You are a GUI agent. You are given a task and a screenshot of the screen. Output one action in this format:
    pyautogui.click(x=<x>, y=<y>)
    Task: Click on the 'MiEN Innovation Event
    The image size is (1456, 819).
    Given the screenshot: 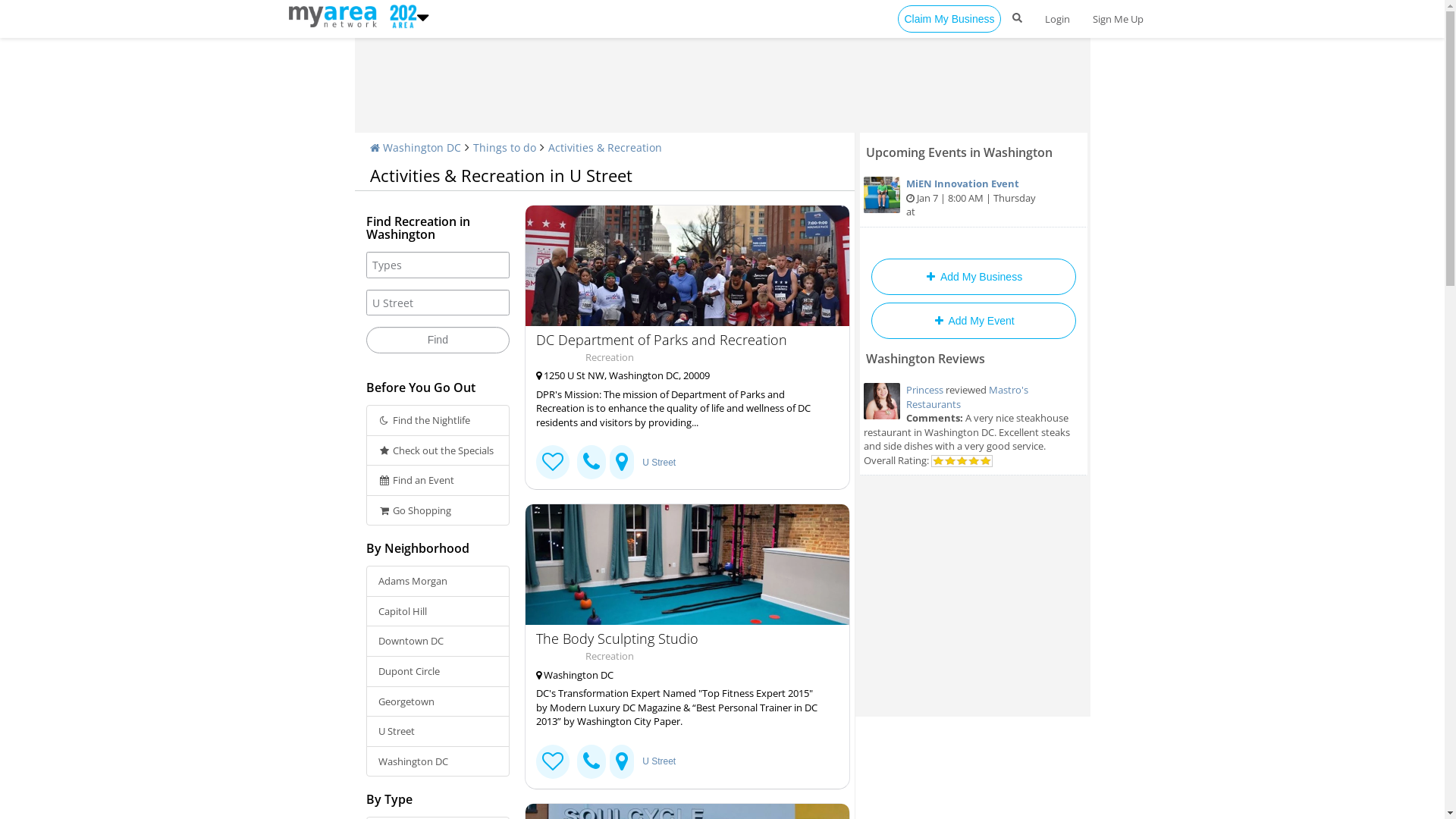 What is the action you would take?
    pyautogui.click(x=973, y=197)
    